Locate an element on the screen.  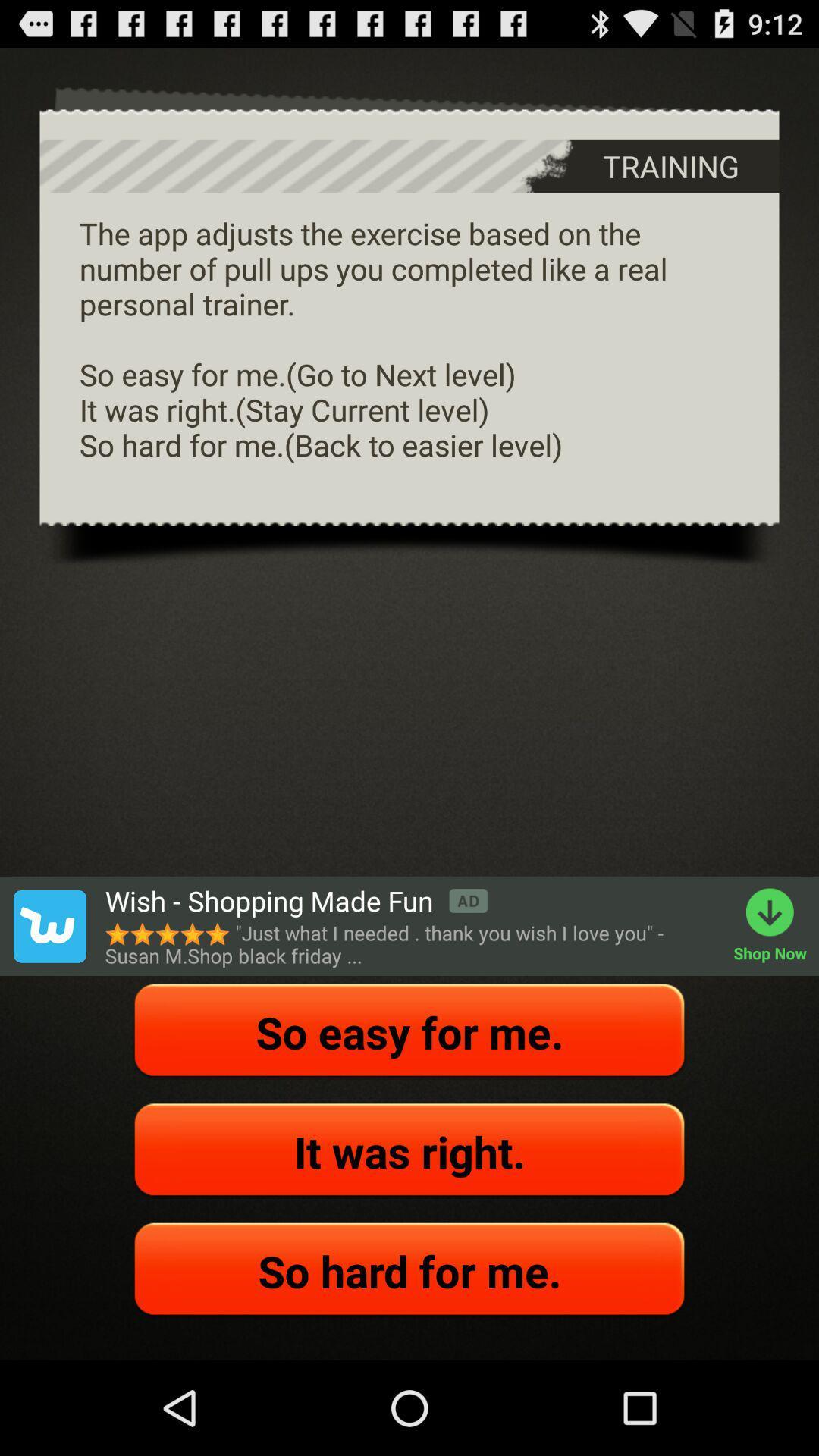
it was right. icon is located at coordinates (409, 1151).